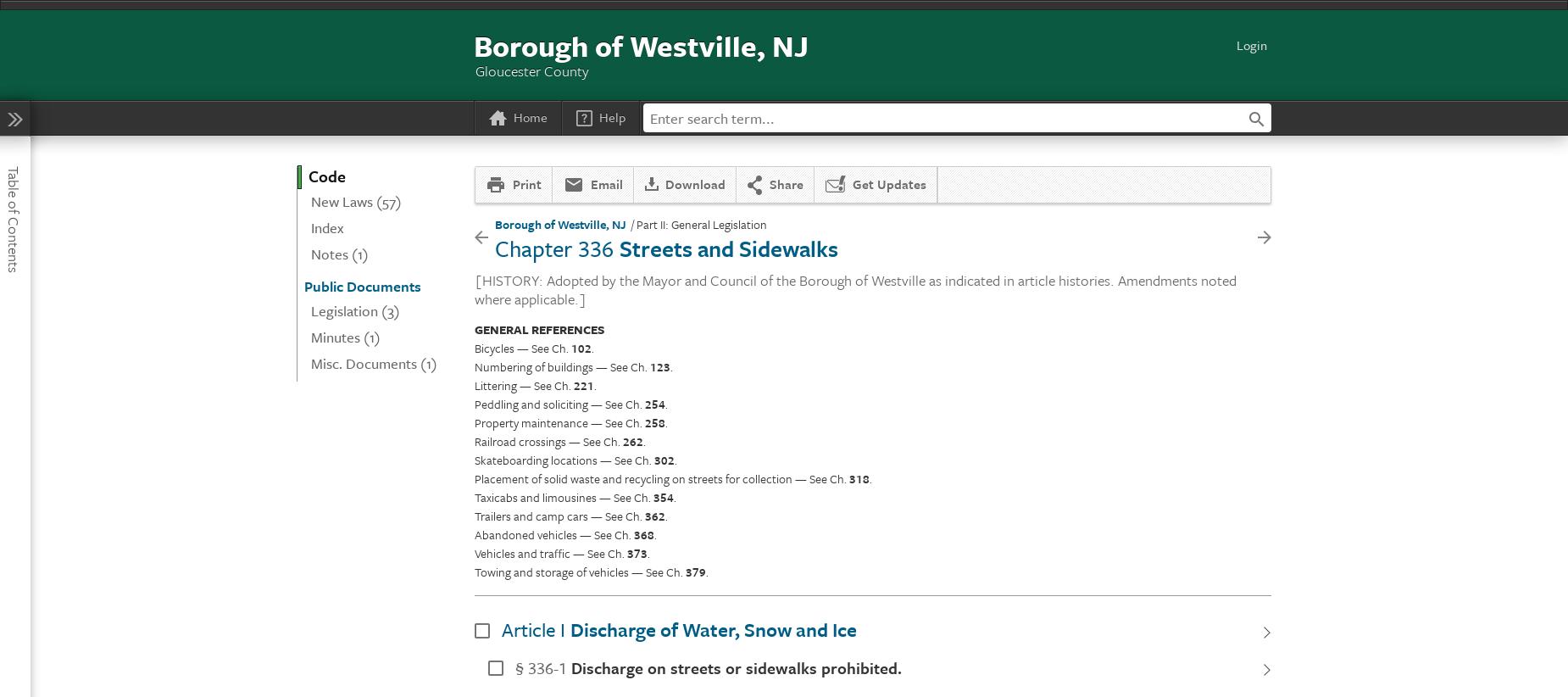 The image size is (1568, 697). Describe the element at coordinates (533, 627) in the screenshot. I see `'Article I'` at that location.